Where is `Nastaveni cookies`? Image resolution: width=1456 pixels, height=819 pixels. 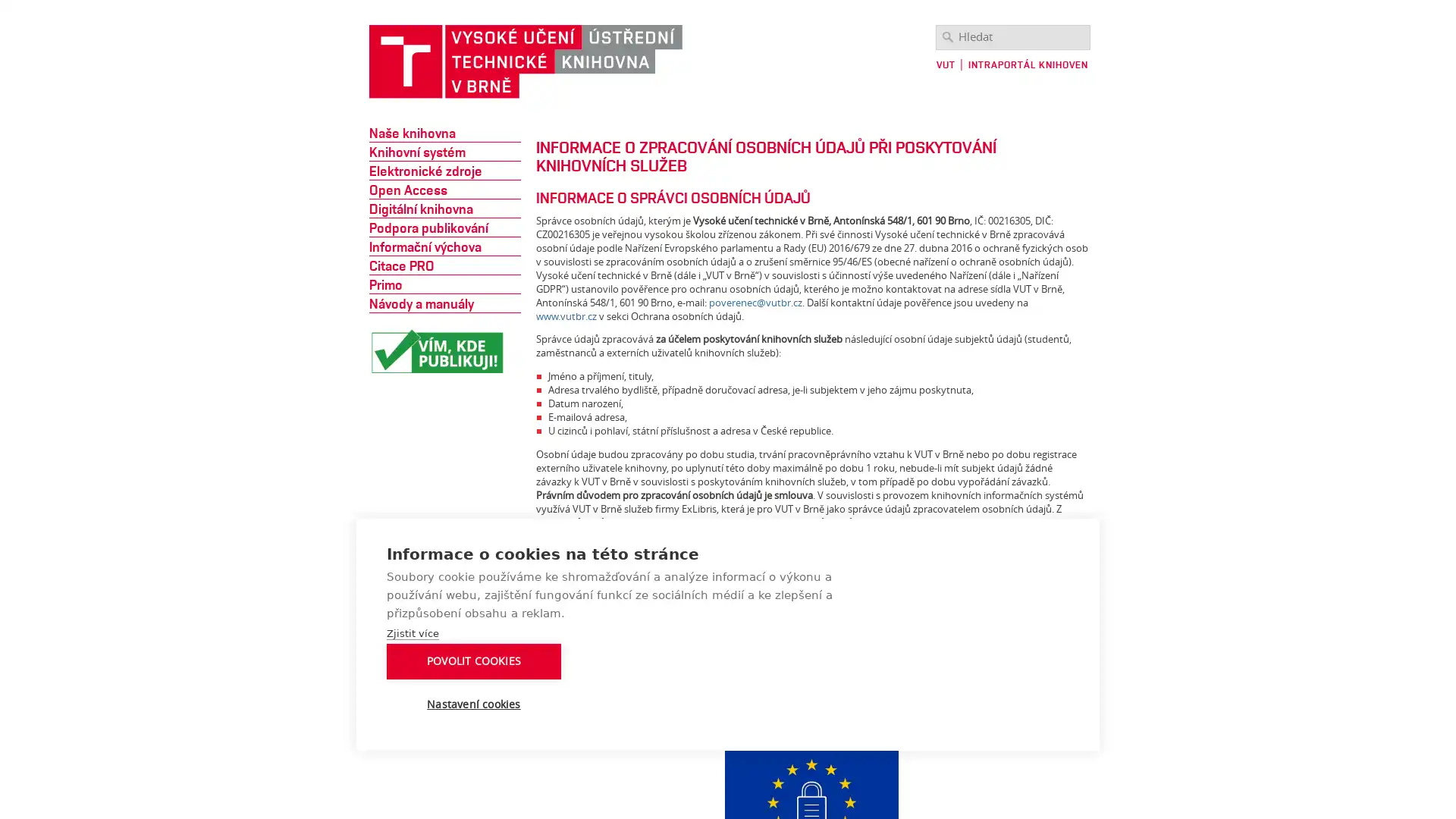
Nastaveni cookies is located at coordinates (979, 686).